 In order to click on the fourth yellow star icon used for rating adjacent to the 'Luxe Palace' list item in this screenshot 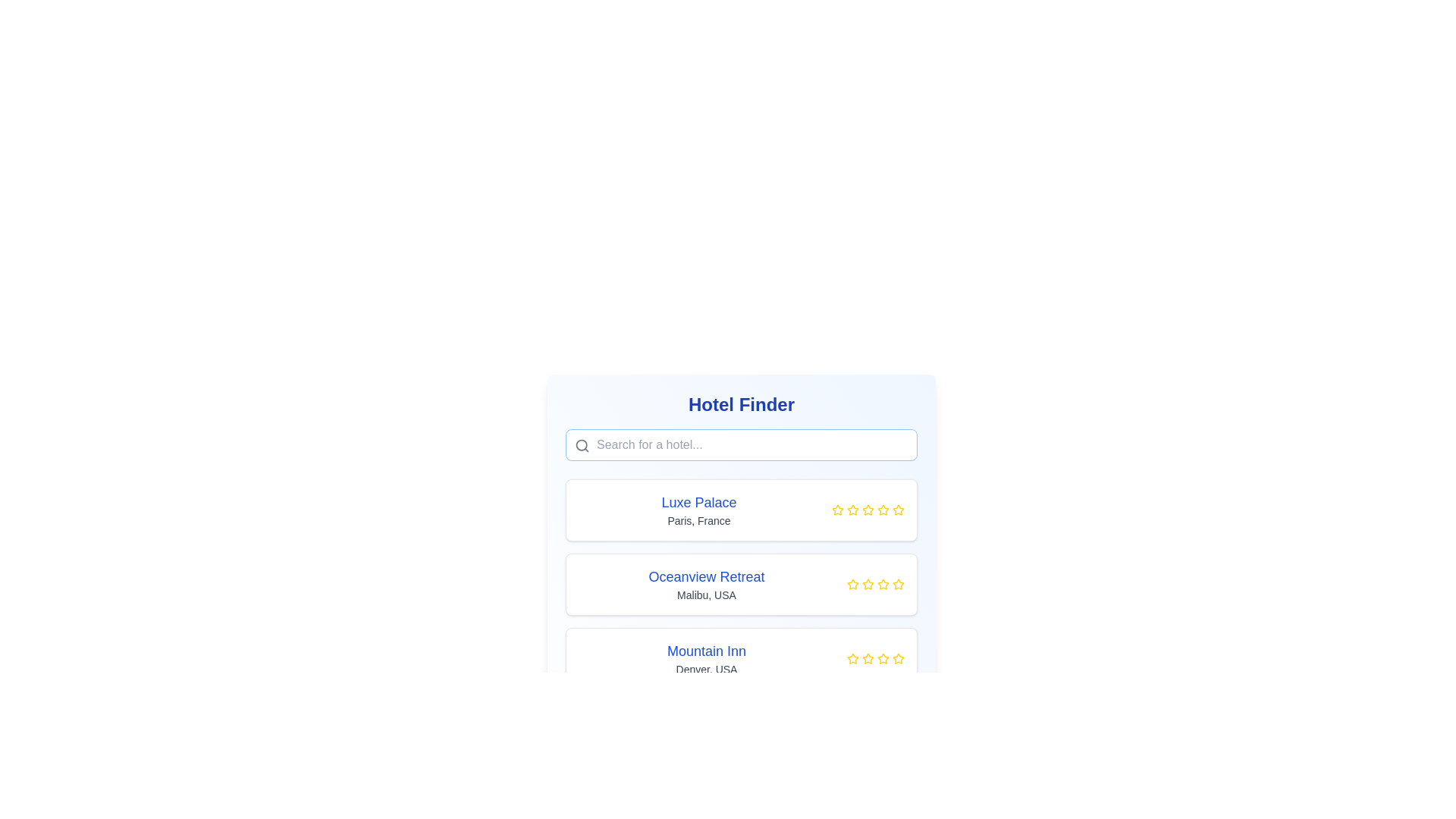, I will do `click(868, 510)`.